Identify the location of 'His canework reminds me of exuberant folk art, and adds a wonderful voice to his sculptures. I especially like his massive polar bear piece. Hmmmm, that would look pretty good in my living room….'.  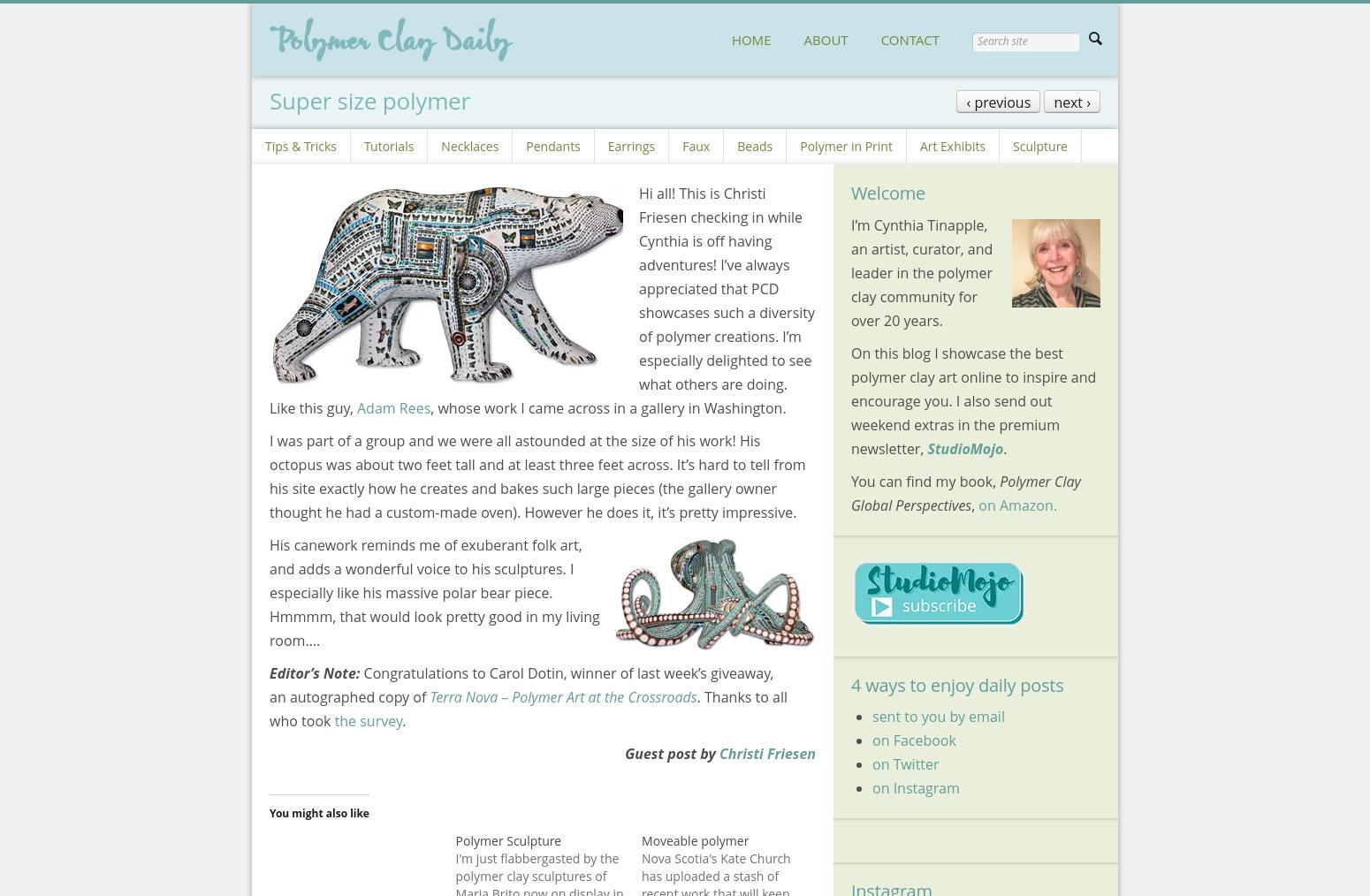
(433, 592).